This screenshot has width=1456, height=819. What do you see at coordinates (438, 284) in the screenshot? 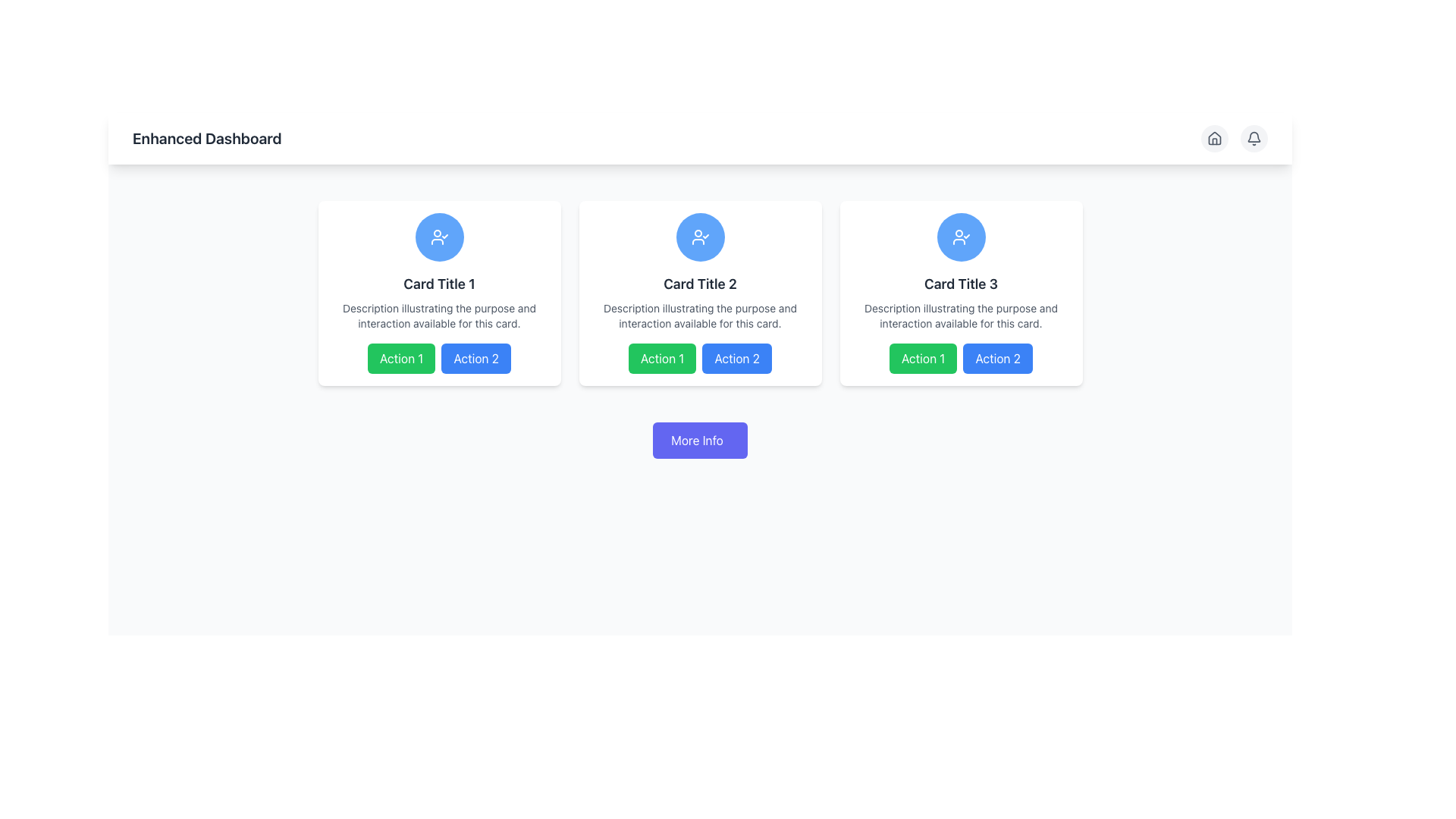
I see `title text label of the first card located centrally below the circular icon in the top-left card of the three-card layout` at bounding box center [438, 284].